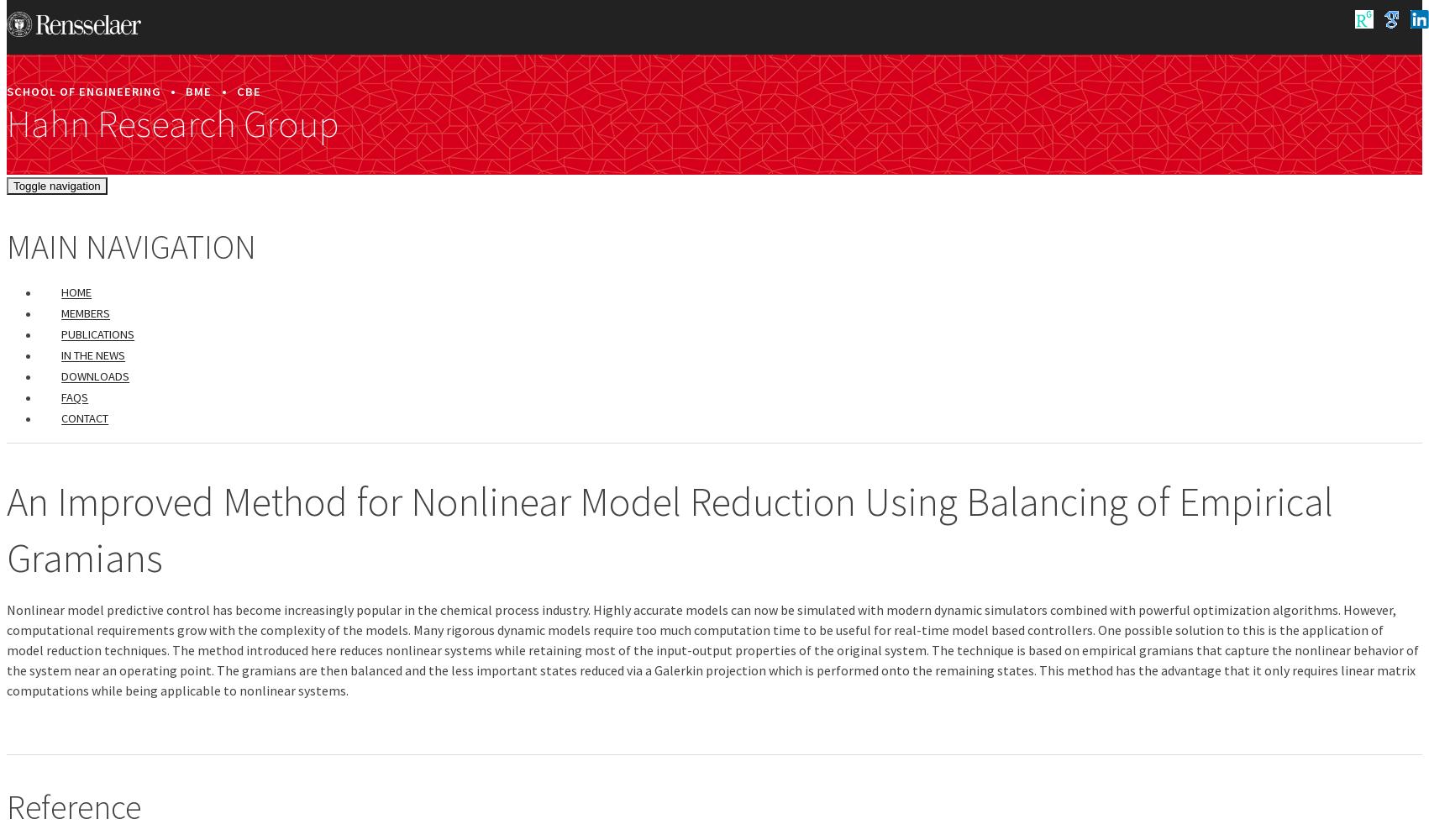 This screenshot has height=840, width=1429. Describe the element at coordinates (60, 396) in the screenshot. I see `'FAQs'` at that location.